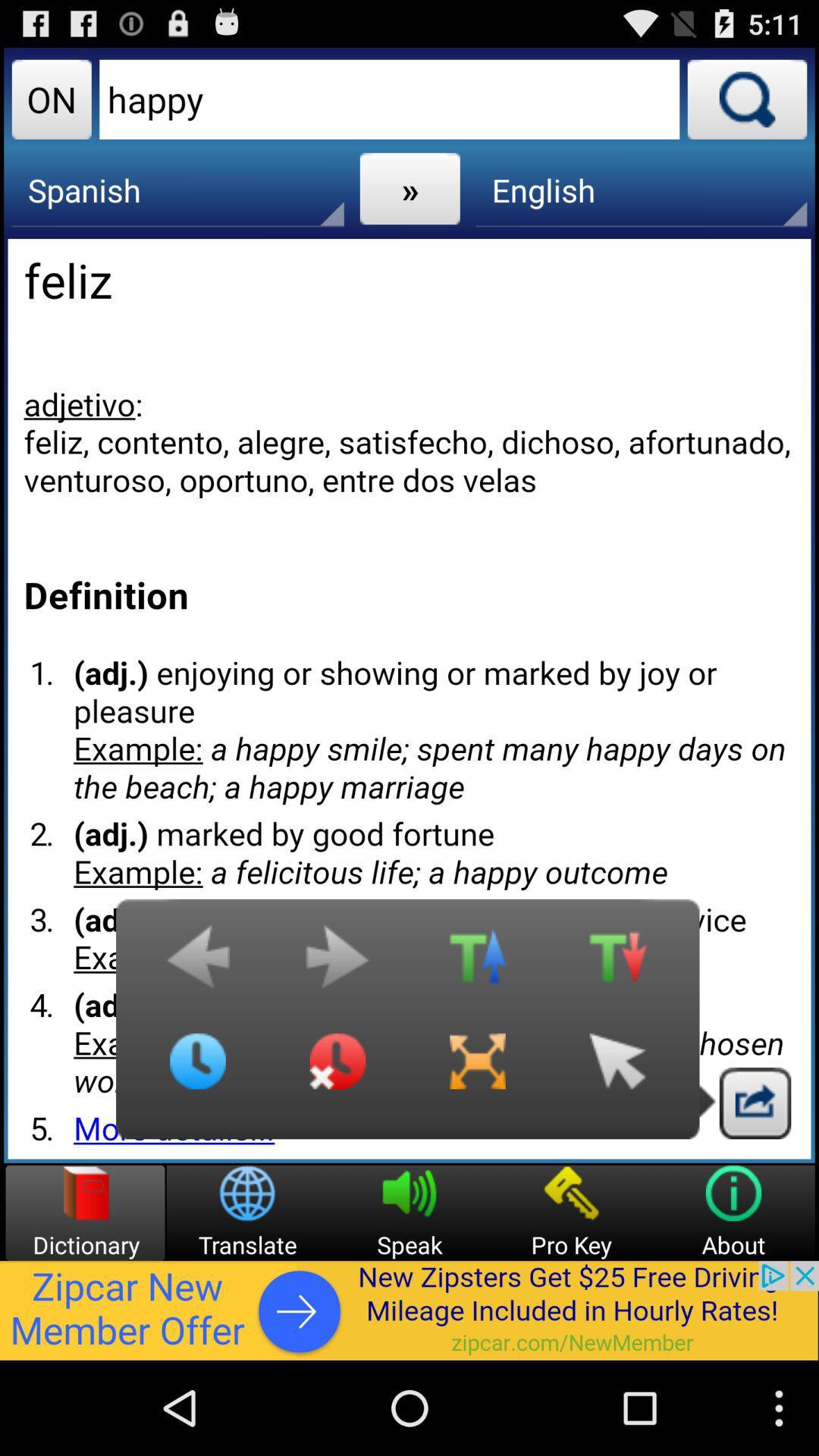 This screenshot has width=819, height=1456. What do you see at coordinates (337, 1072) in the screenshot?
I see `set an alarm` at bounding box center [337, 1072].